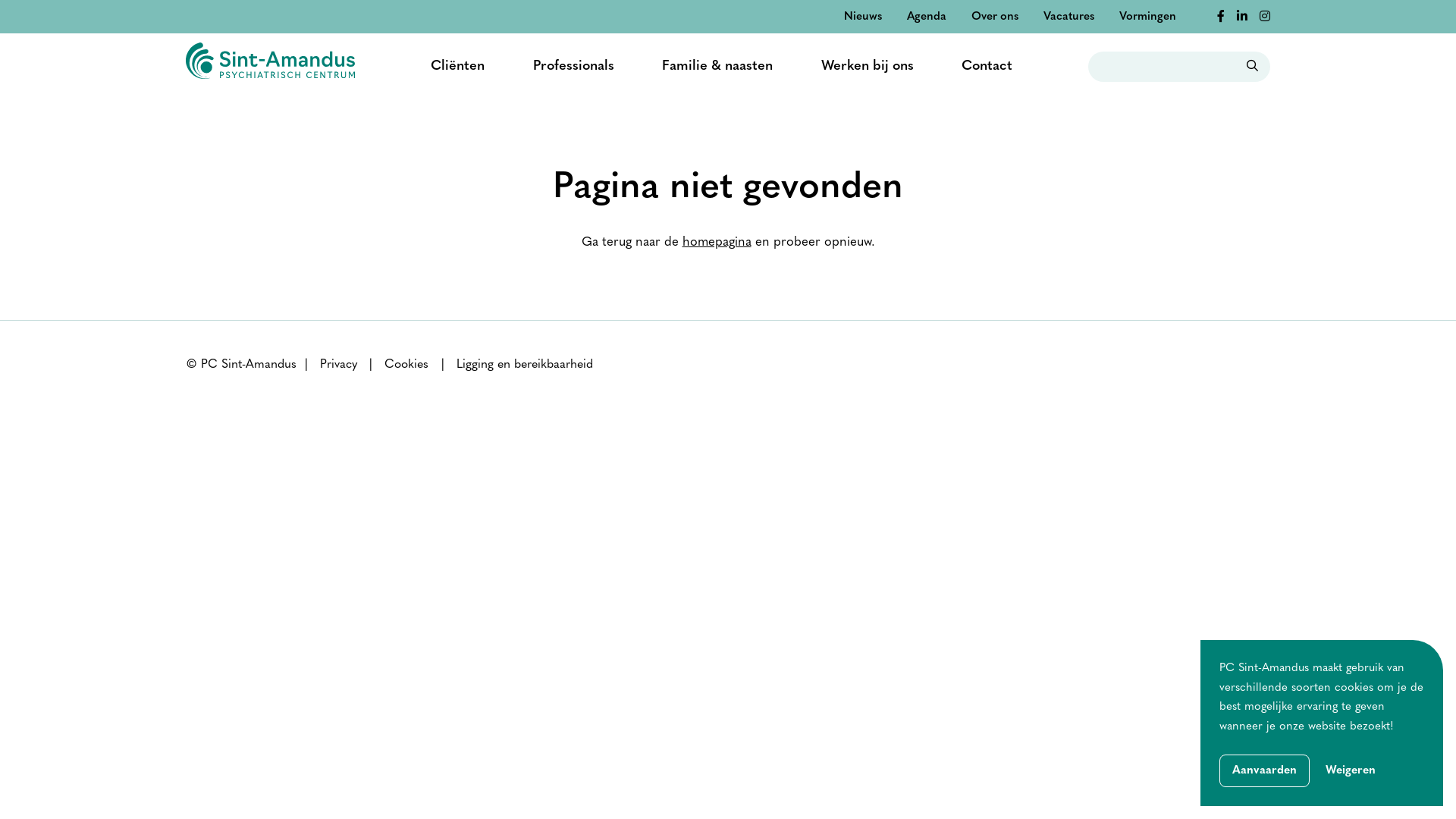 The width and height of the screenshot is (1456, 819). Describe the element at coordinates (926, 17) in the screenshot. I see `'Agenda'` at that location.